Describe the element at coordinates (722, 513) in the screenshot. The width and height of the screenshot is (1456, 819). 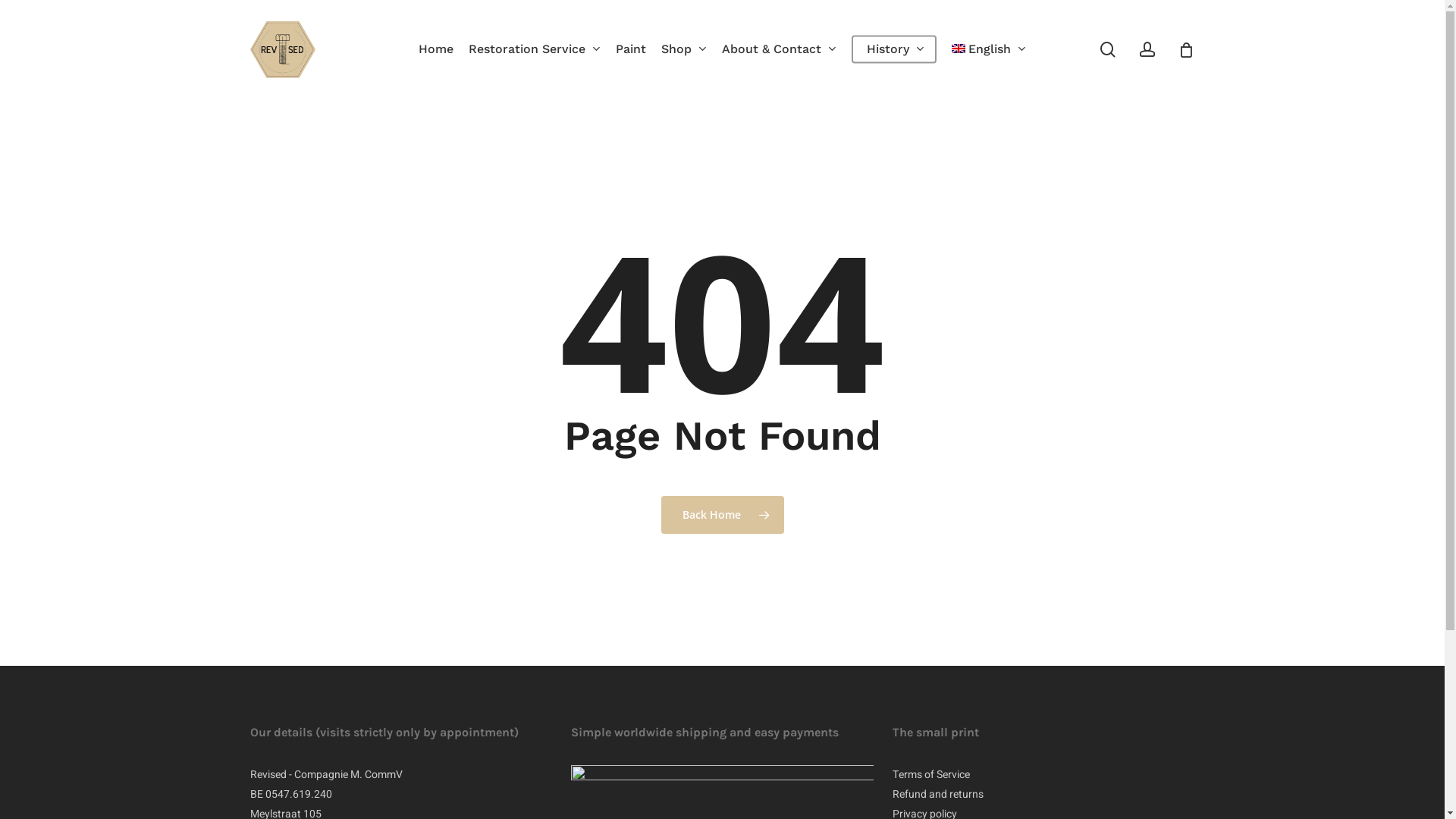
I see `'Back Home'` at that location.